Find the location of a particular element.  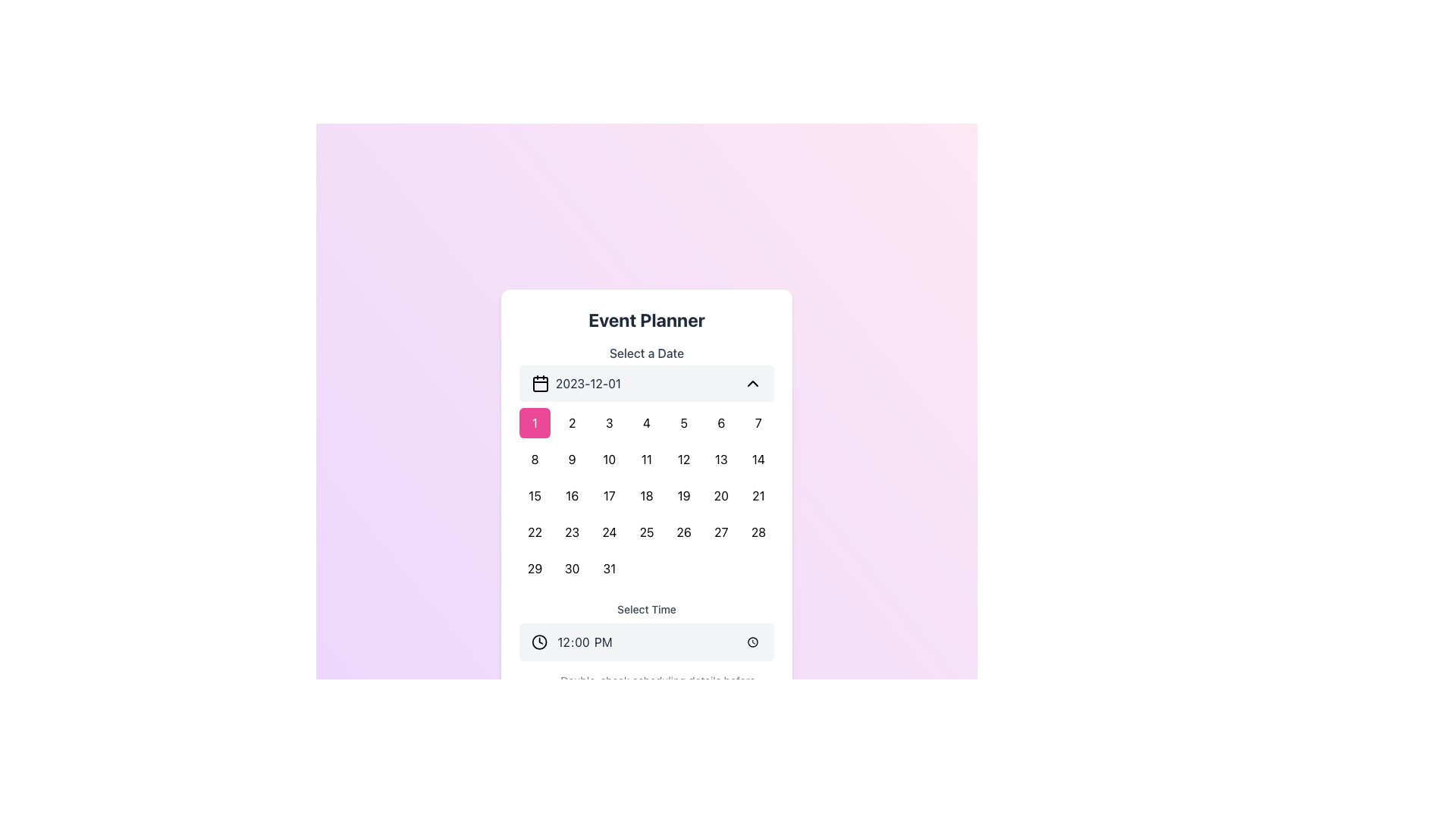

the clickable date button for '20' in the calendar layout is located at coordinates (720, 496).